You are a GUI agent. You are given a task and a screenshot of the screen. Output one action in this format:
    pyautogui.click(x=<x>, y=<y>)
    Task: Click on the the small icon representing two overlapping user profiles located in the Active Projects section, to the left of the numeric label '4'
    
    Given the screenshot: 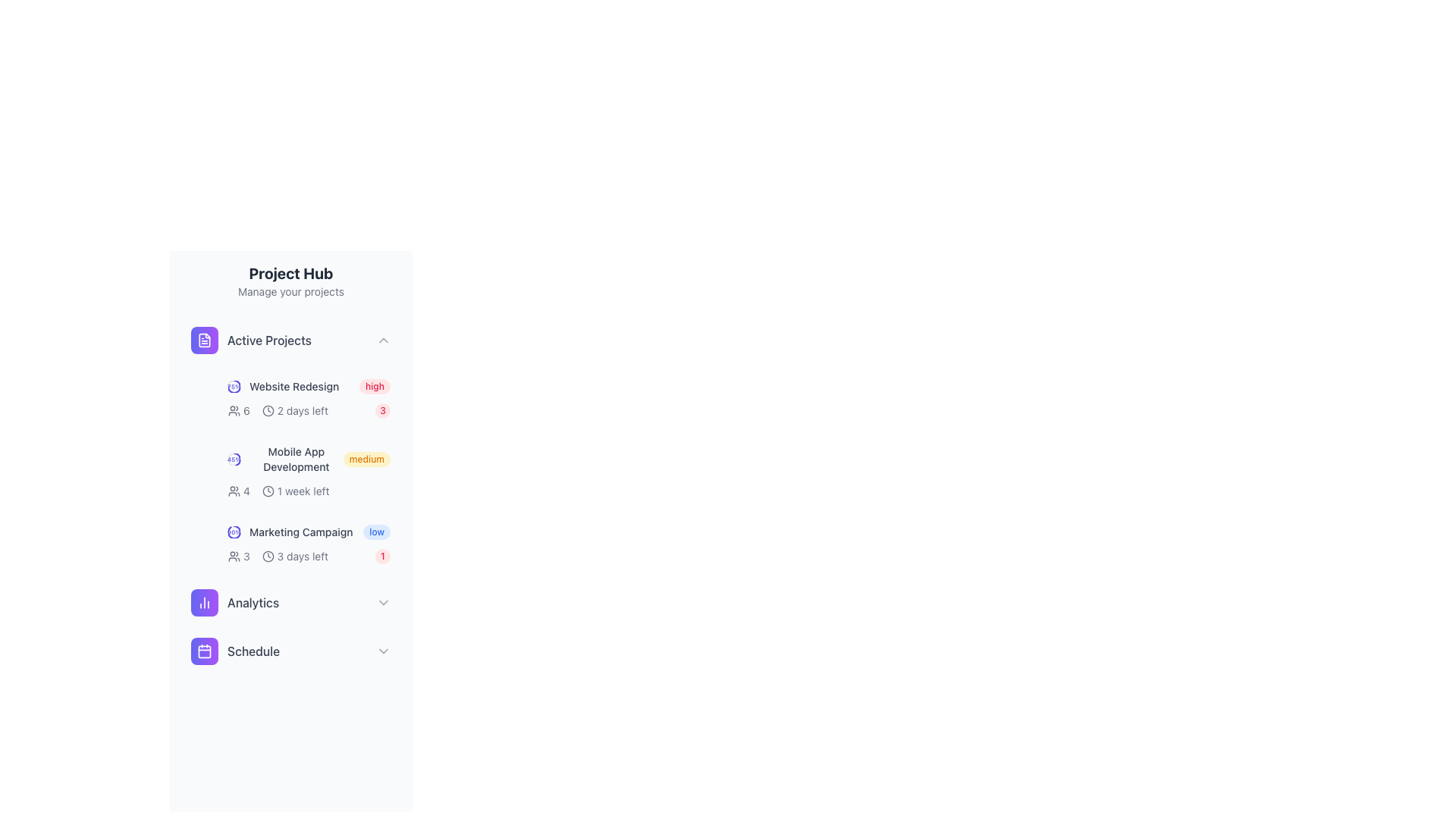 What is the action you would take?
    pyautogui.click(x=233, y=491)
    